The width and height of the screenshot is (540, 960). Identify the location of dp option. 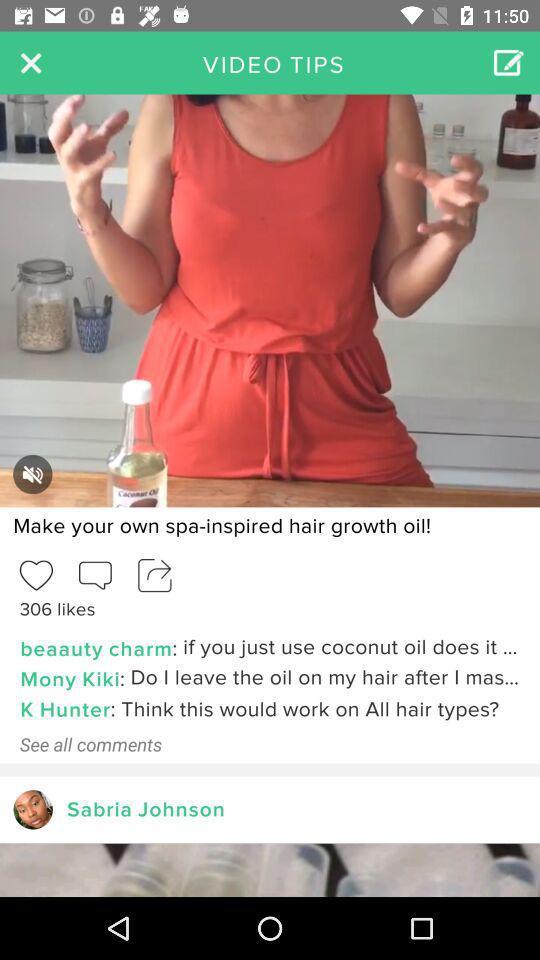
(32, 809).